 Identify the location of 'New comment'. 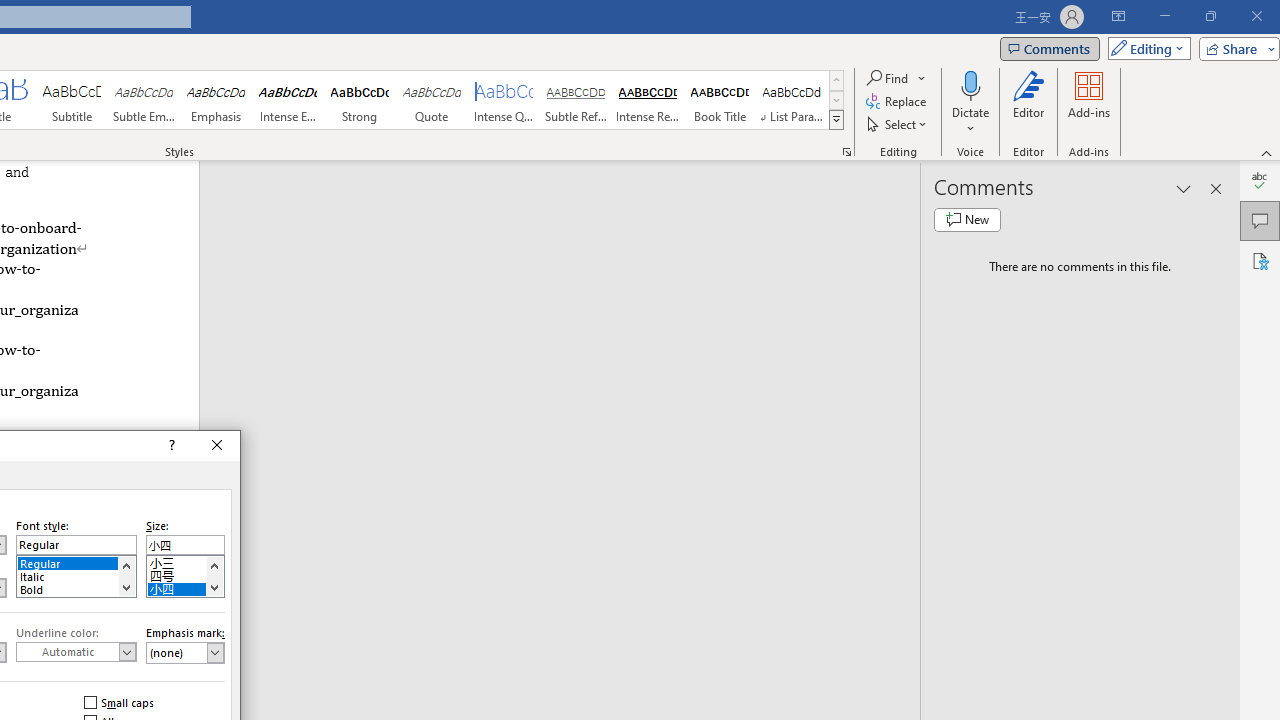
(967, 219).